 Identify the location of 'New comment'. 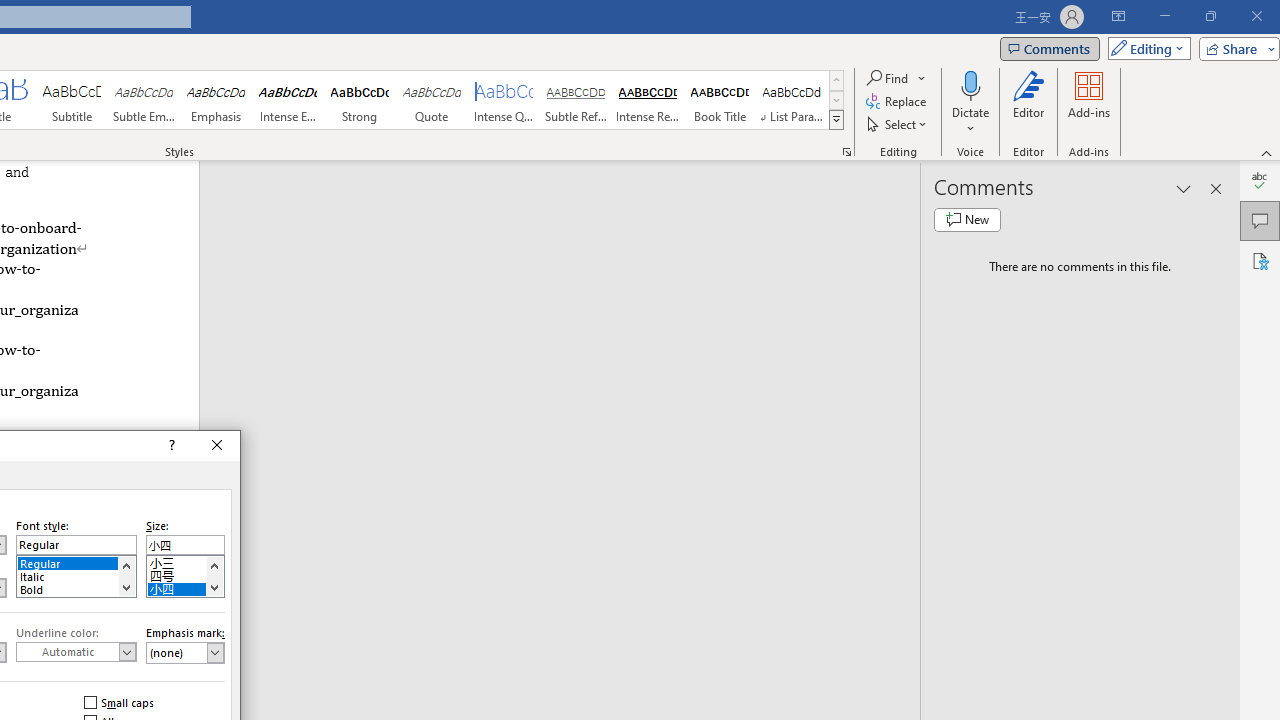
(967, 219).